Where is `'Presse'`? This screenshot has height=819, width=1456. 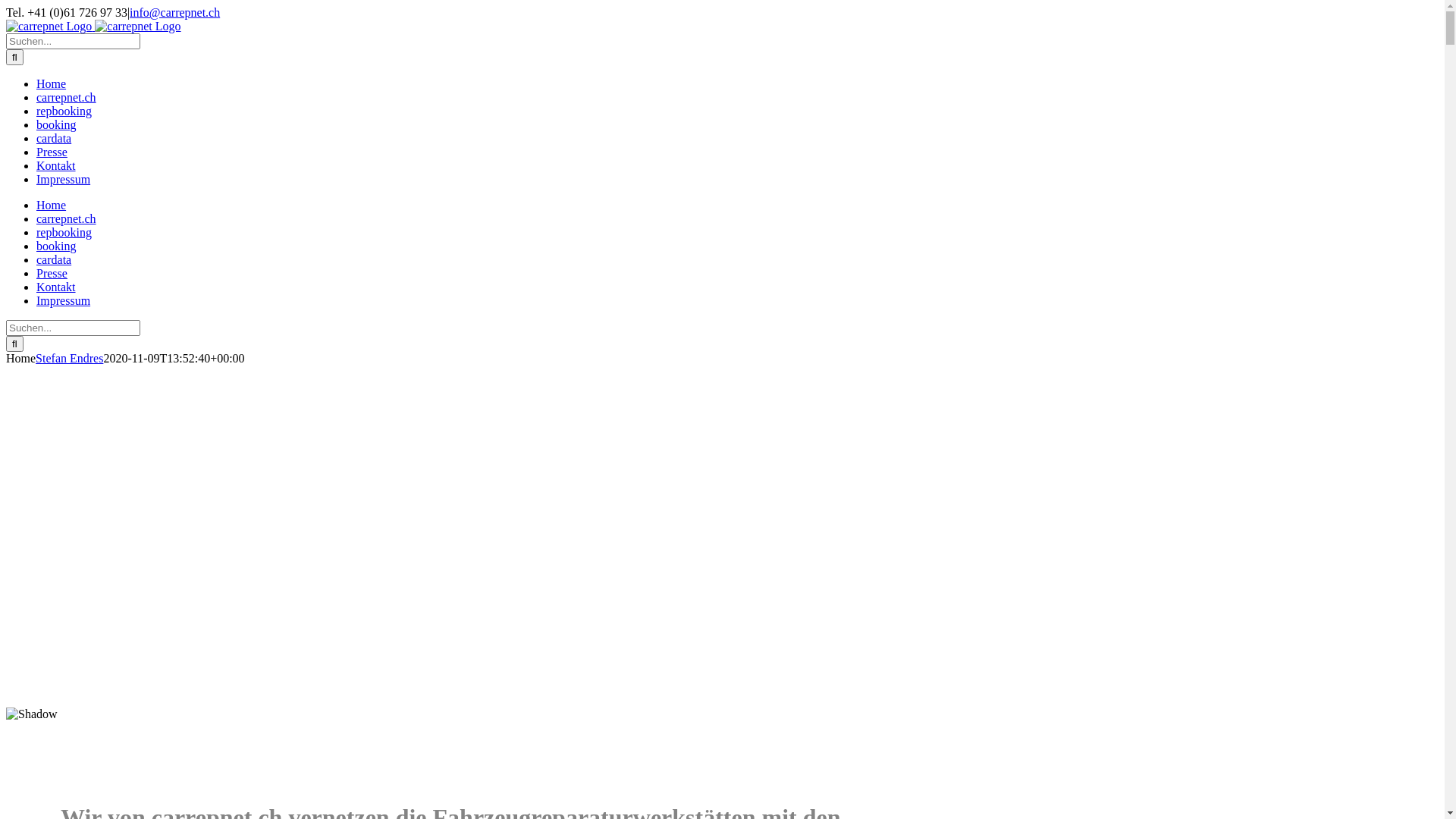 'Presse' is located at coordinates (52, 273).